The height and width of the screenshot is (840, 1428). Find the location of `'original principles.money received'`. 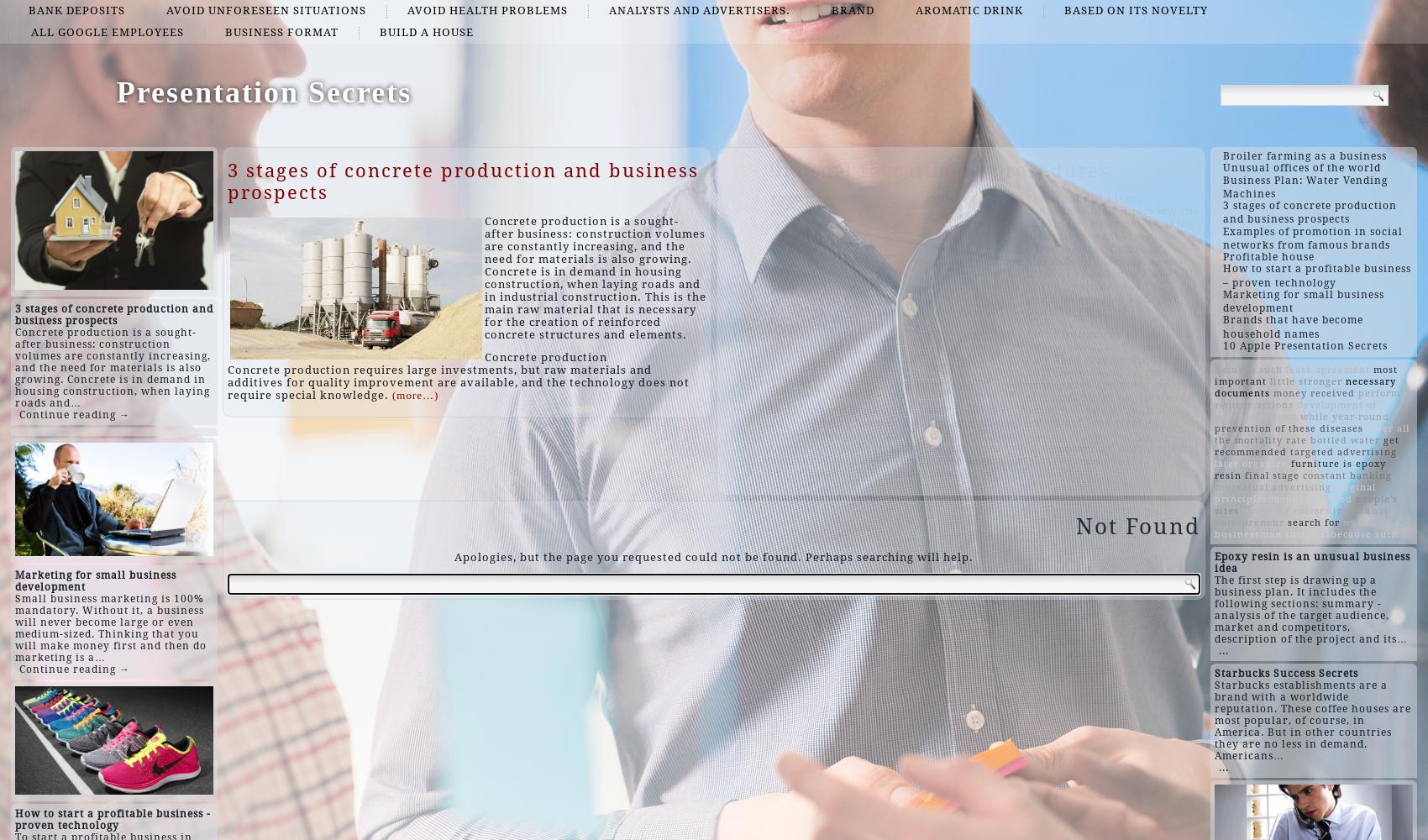

'original principles.money received' is located at coordinates (1295, 492).